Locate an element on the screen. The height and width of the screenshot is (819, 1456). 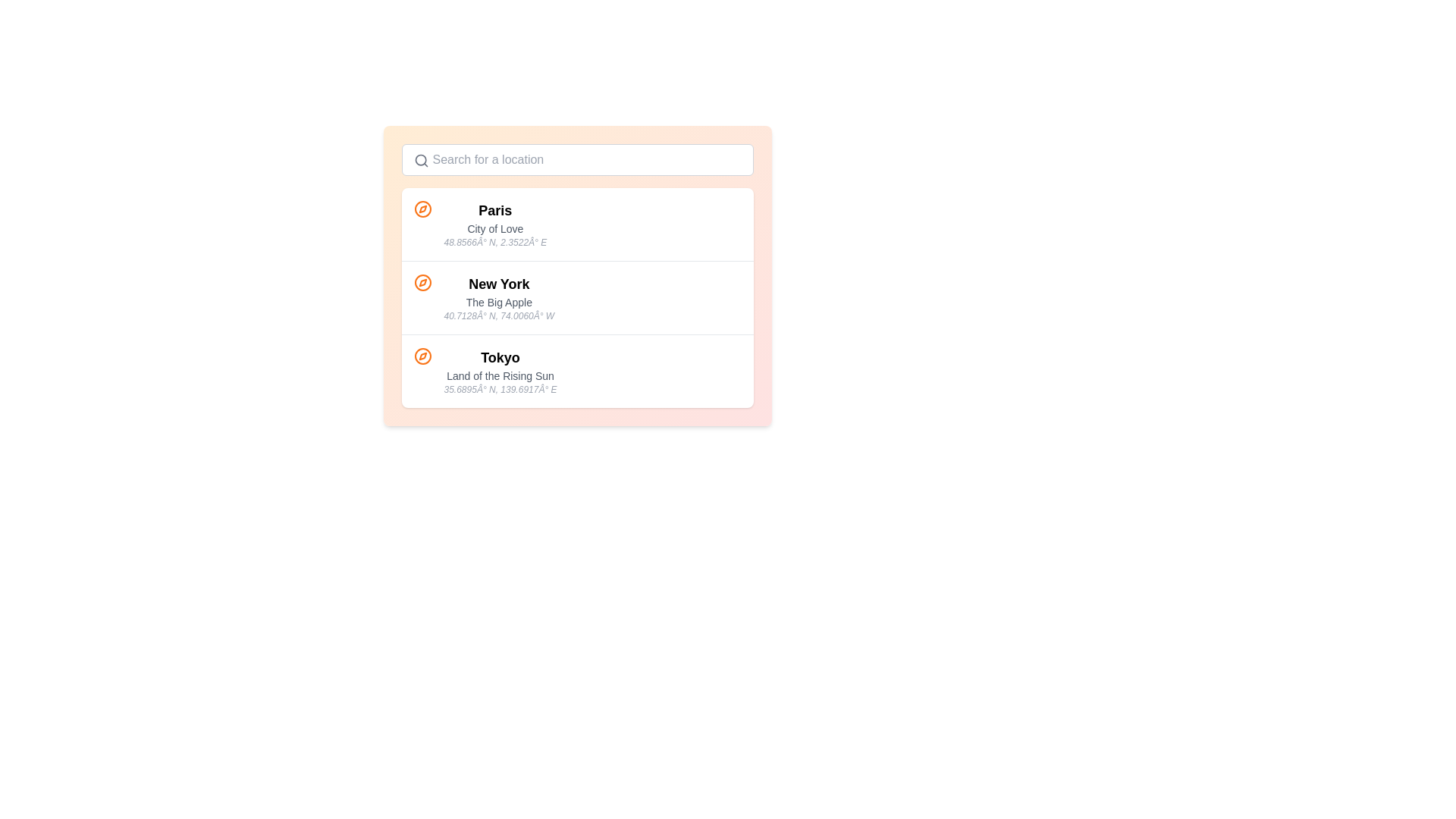
the text label displaying 'Tokyo', which is the primary title in the third entry of a vertically-stacked list of locations is located at coordinates (500, 357).